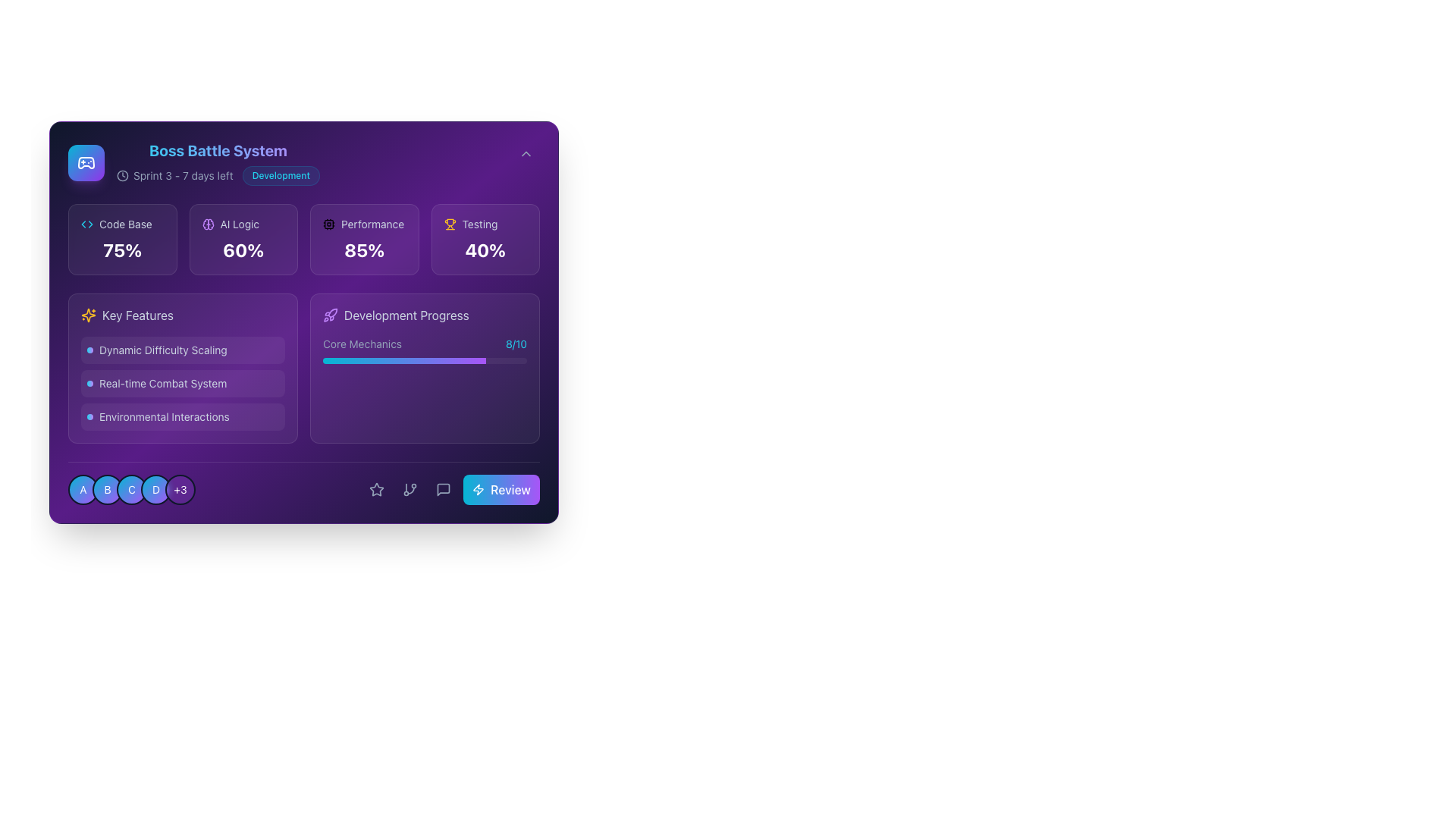 The height and width of the screenshot is (819, 1456). I want to click on the SVG icon representing a branching structure, resembling a git branching icon, located in the bottom right segment of the interface, so click(410, 489).